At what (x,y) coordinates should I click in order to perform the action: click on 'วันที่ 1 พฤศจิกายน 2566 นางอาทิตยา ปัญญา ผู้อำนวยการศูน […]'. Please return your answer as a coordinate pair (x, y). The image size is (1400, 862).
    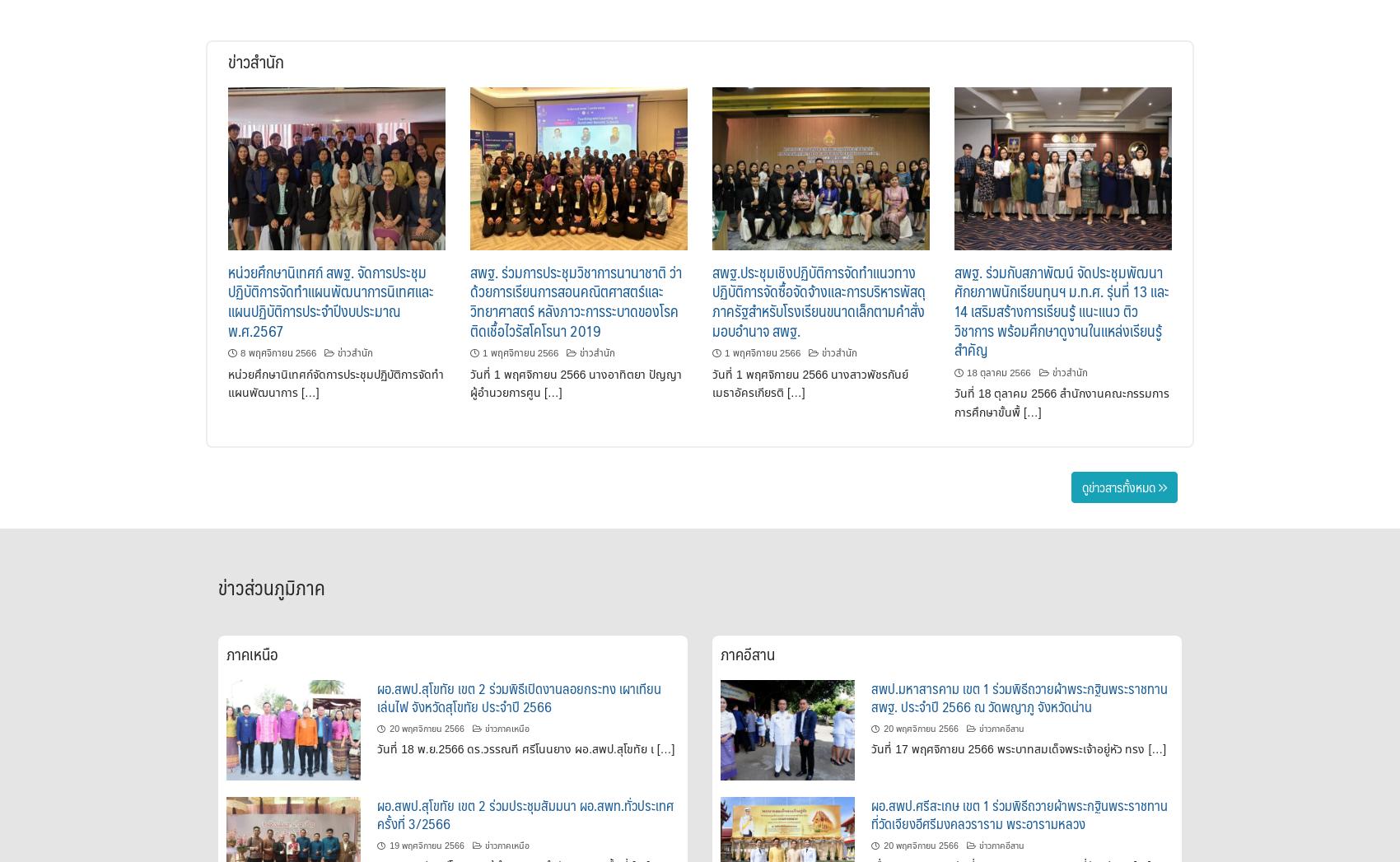
    Looking at the image, I should click on (576, 383).